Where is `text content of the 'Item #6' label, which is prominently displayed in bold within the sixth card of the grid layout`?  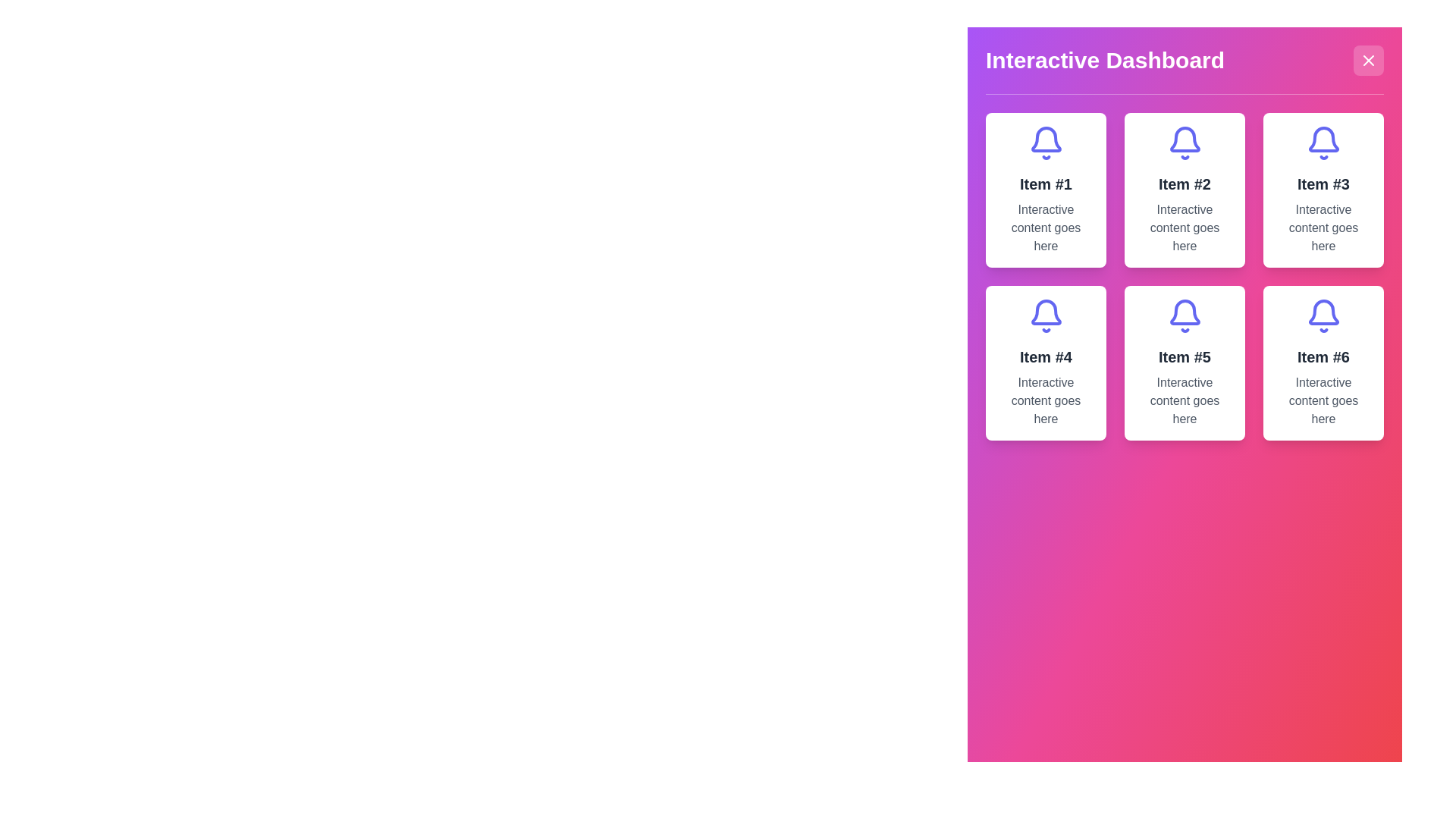 text content of the 'Item #6' label, which is prominently displayed in bold within the sixth card of the grid layout is located at coordinates (1323, 356).